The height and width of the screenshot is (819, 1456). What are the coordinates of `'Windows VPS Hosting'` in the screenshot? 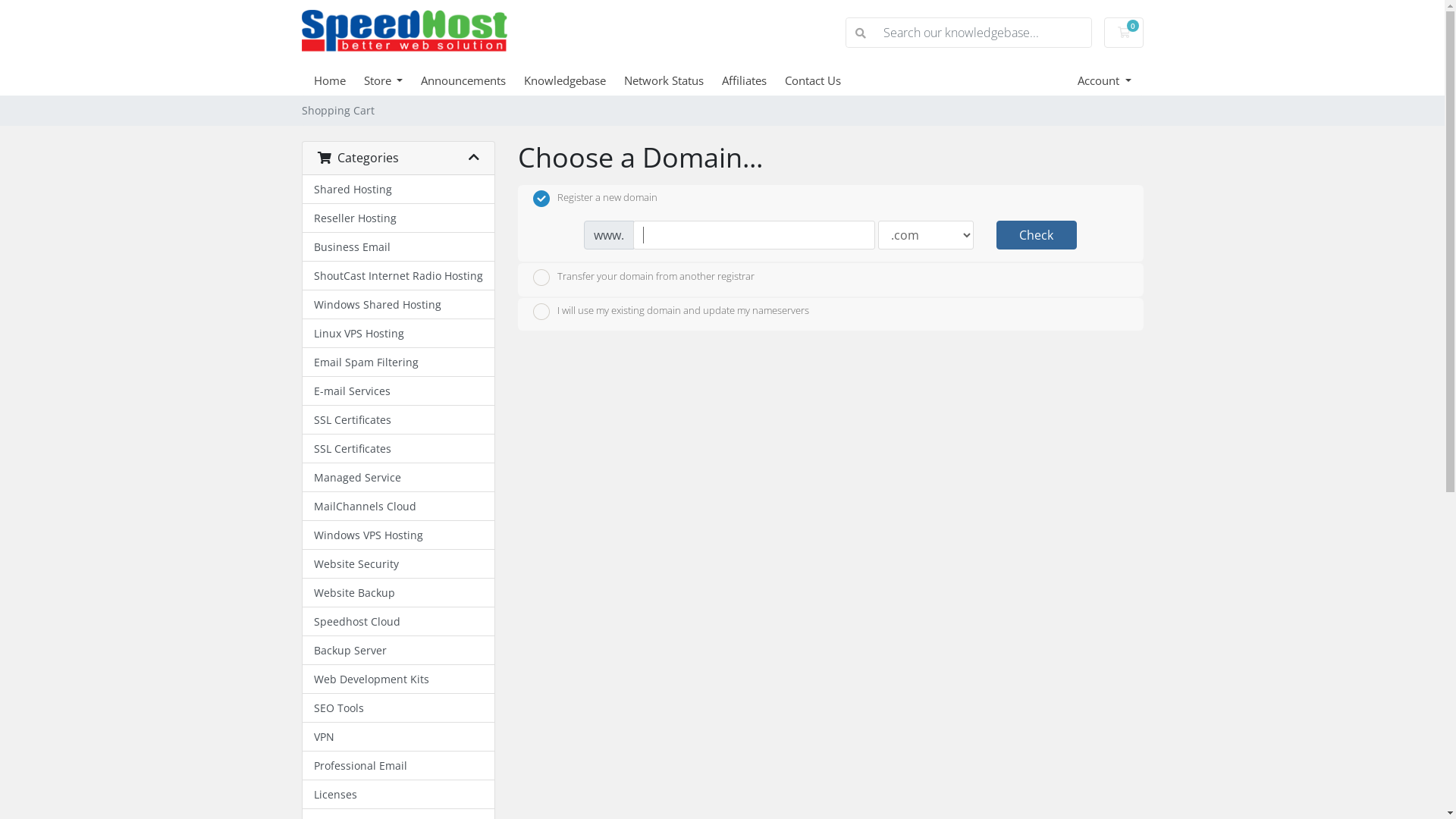 It's located at (397, 534).